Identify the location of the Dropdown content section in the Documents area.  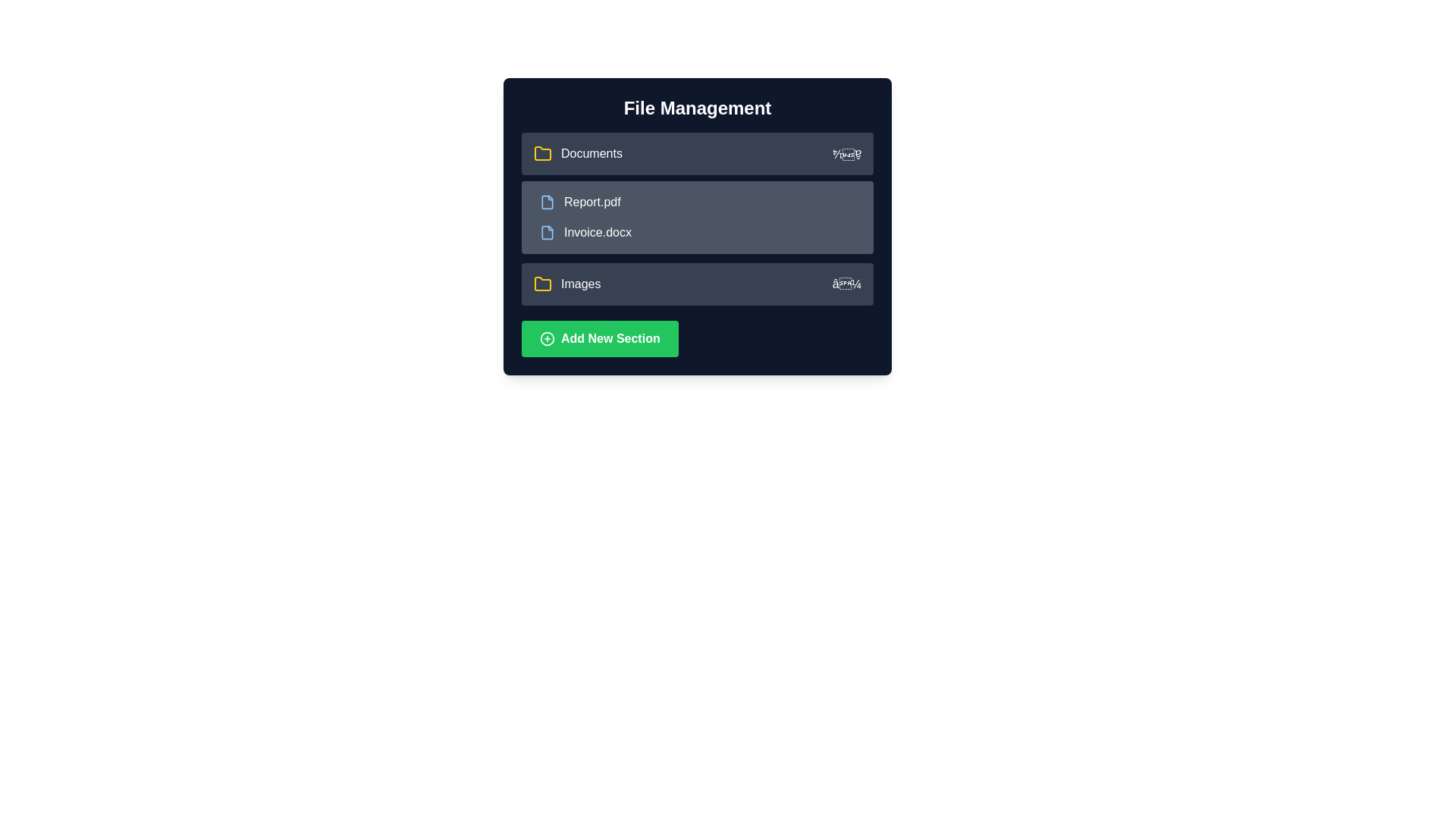
(697, 217).